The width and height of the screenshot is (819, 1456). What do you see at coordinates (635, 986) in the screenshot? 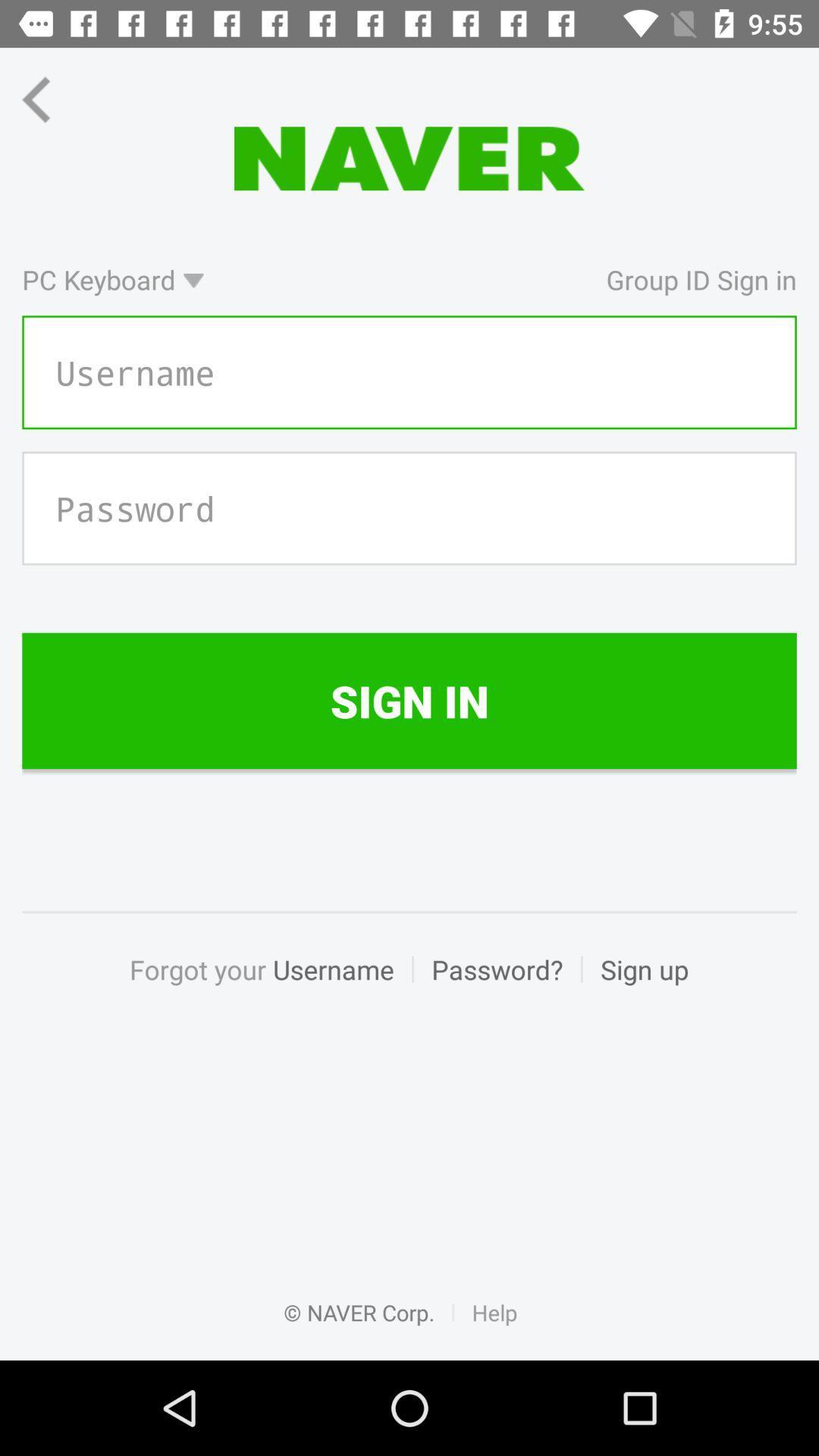
I see `sign up at the bottom right corner` at bounding box center [635, 986].